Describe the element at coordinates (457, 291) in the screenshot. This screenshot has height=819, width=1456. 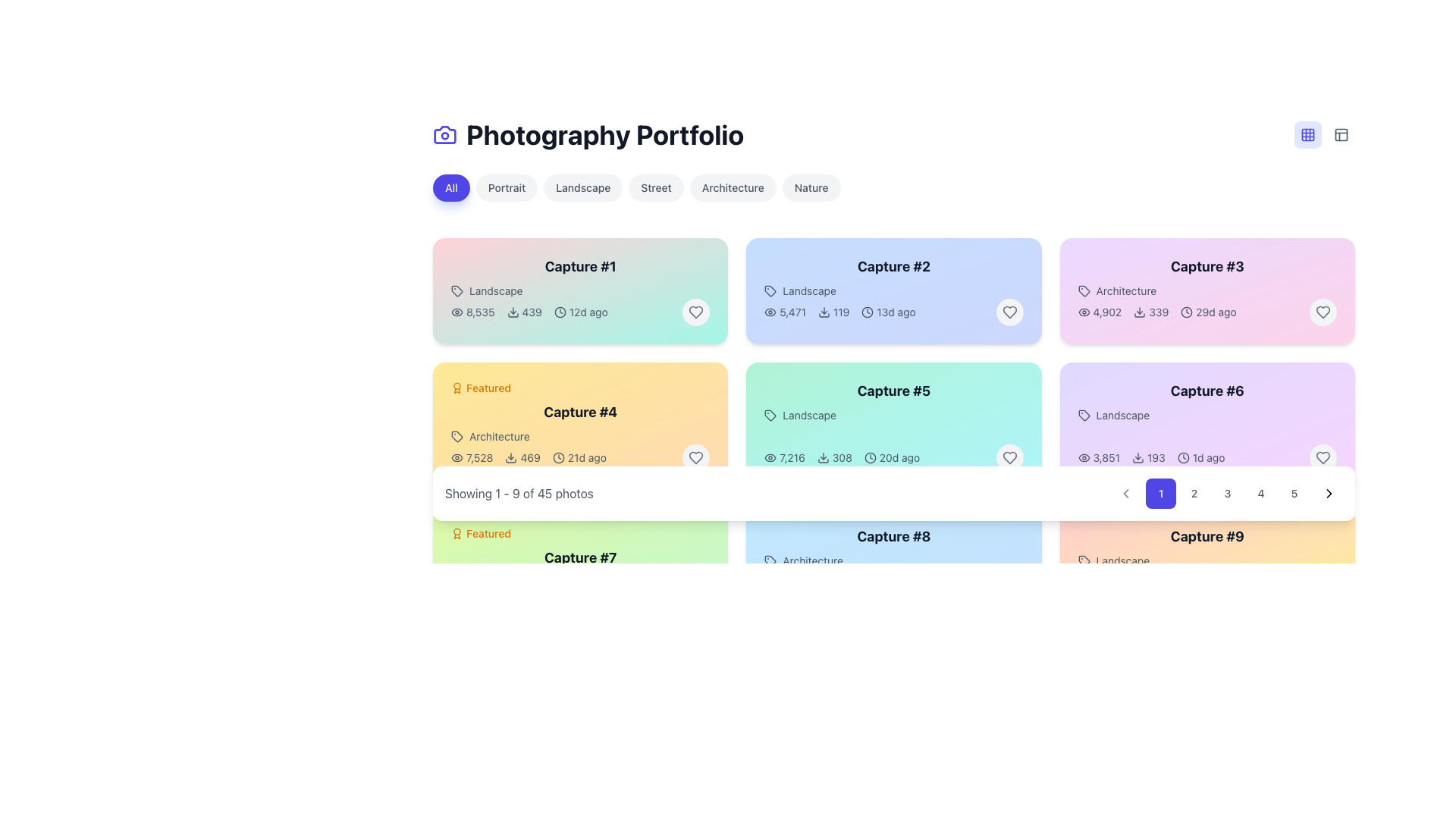
I see `the tag icon located to the left of the label text in the photo album interface, which categorizes the images as 'Landscape' or 'Architecture'` at that location.